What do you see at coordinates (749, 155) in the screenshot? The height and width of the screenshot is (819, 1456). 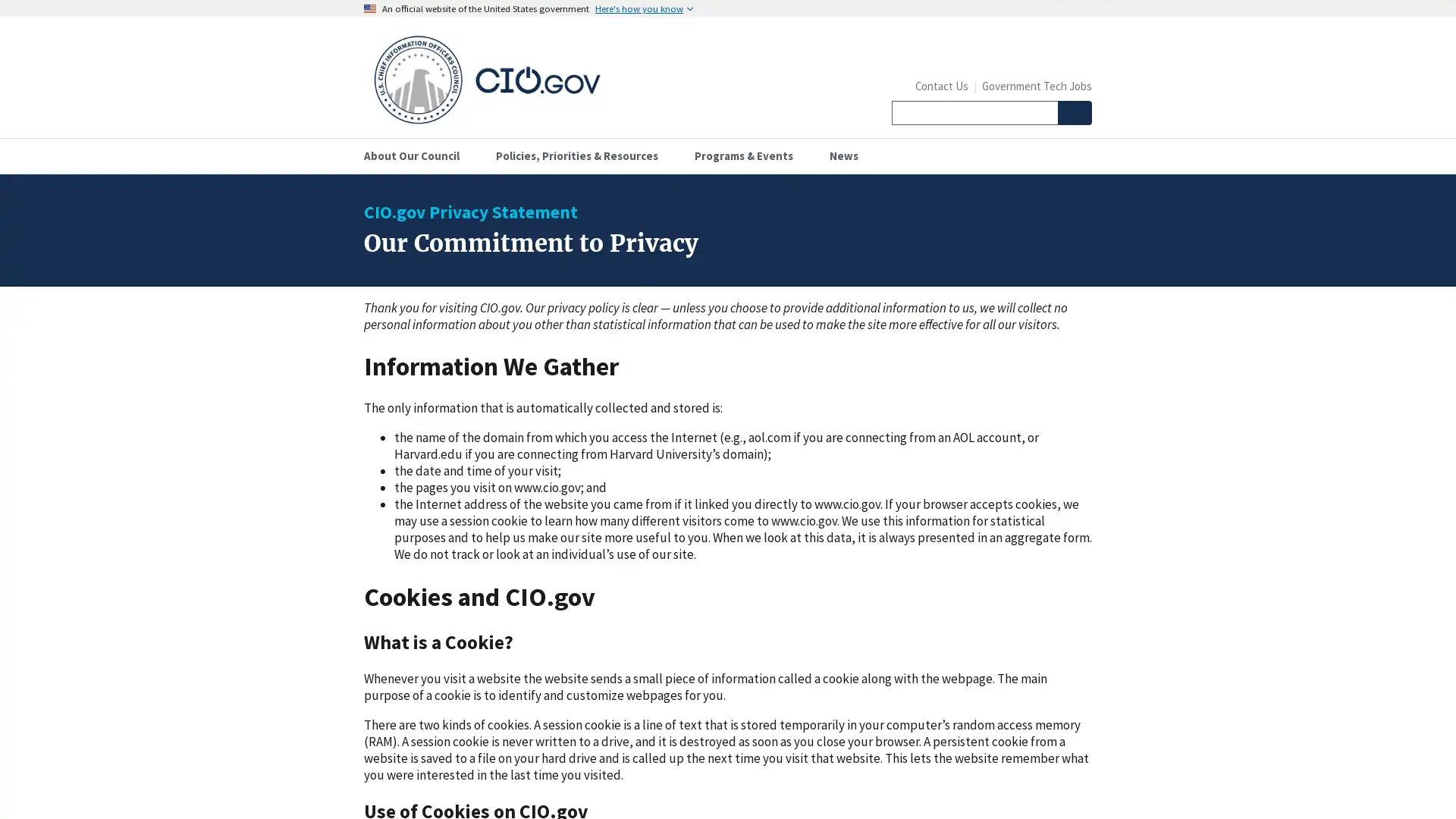 I see `Programs & Events` at bounding box center [749, 155].